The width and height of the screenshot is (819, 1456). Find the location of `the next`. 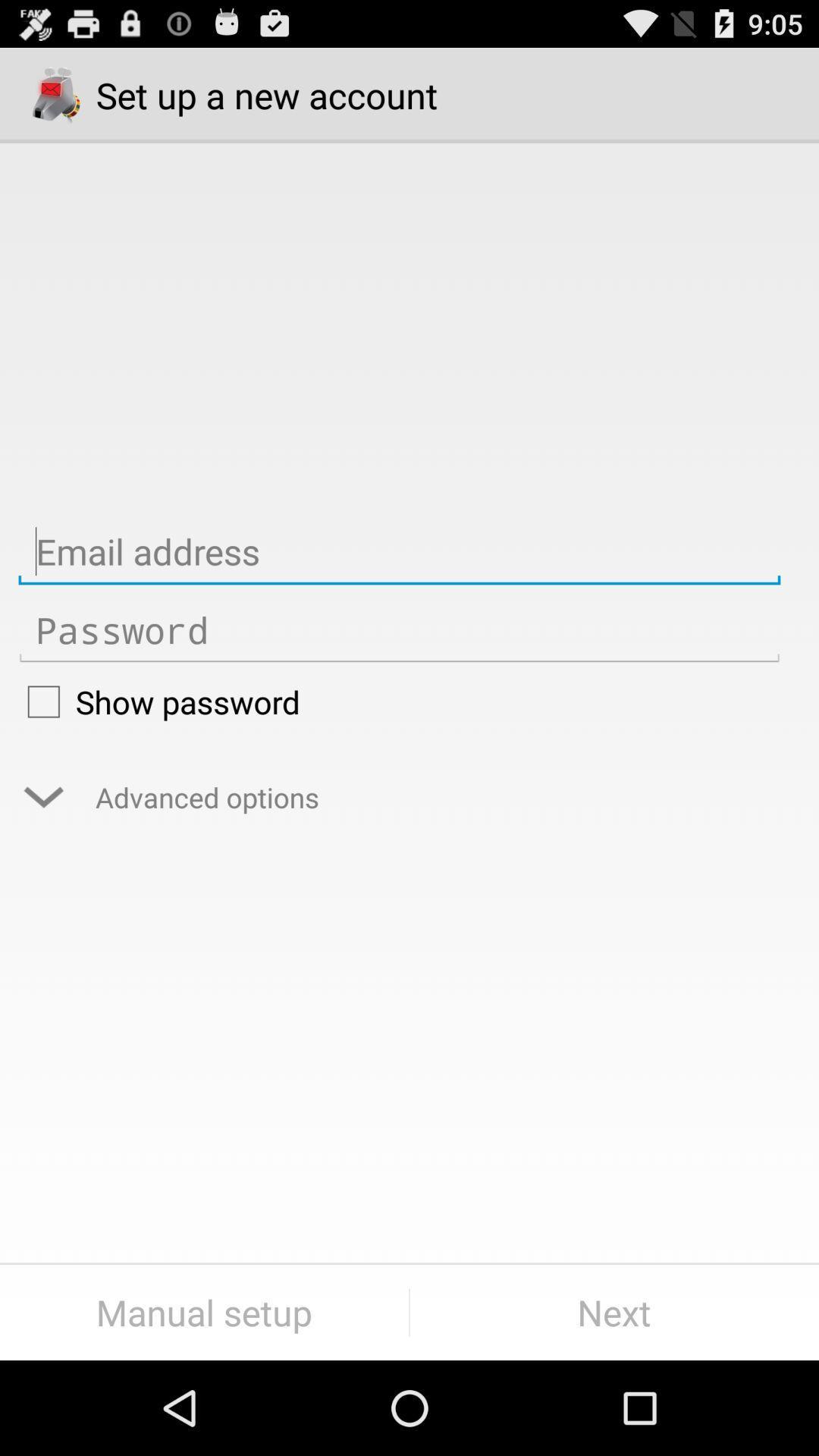

the next is located at coordinates (614, 1312).